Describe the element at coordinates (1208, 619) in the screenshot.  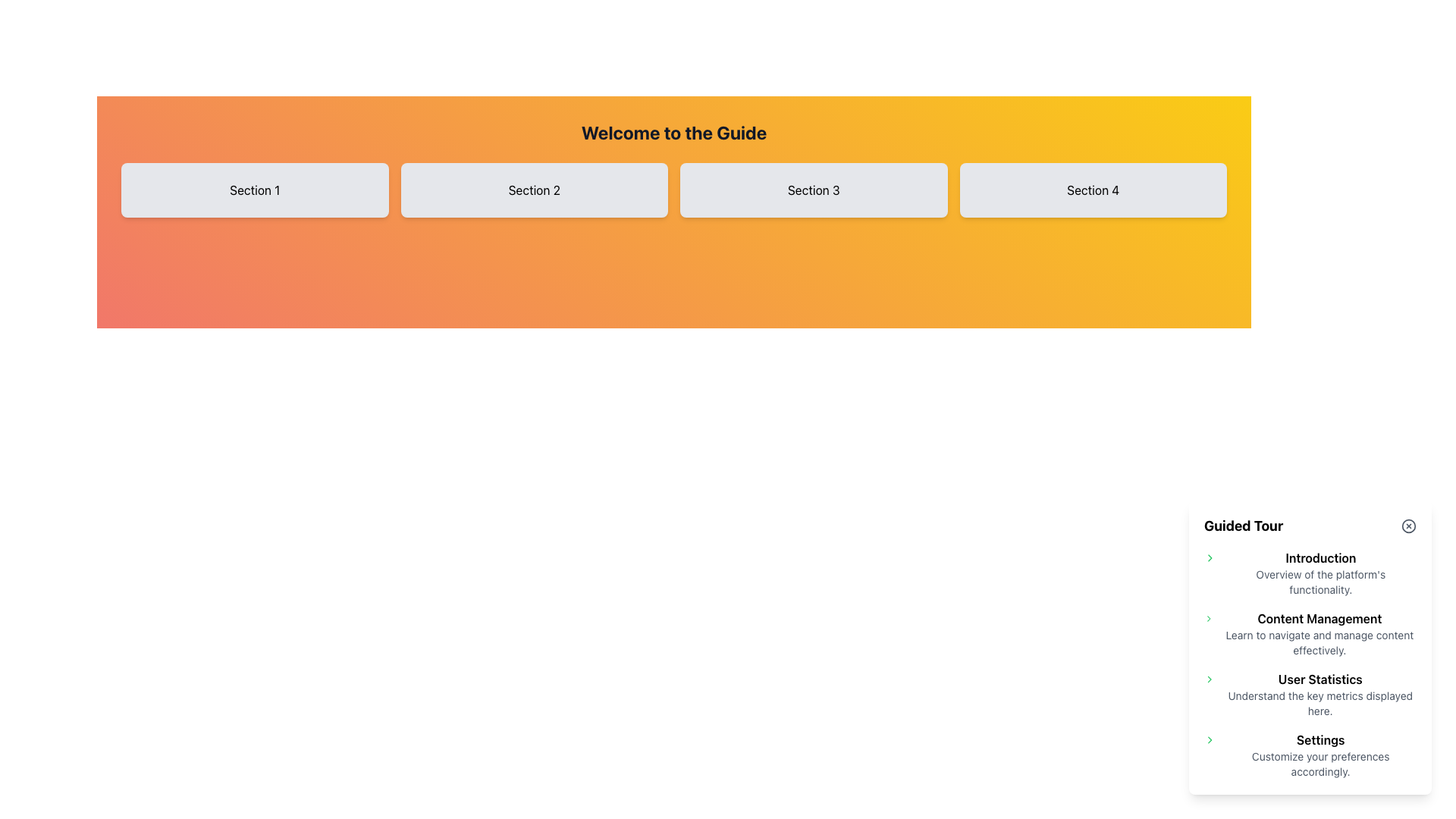
I see `the small right-facing chevron icon styled in green, located to the left of the text 'Content Management' in the second position of the 'Guided Tour' list` at that location.